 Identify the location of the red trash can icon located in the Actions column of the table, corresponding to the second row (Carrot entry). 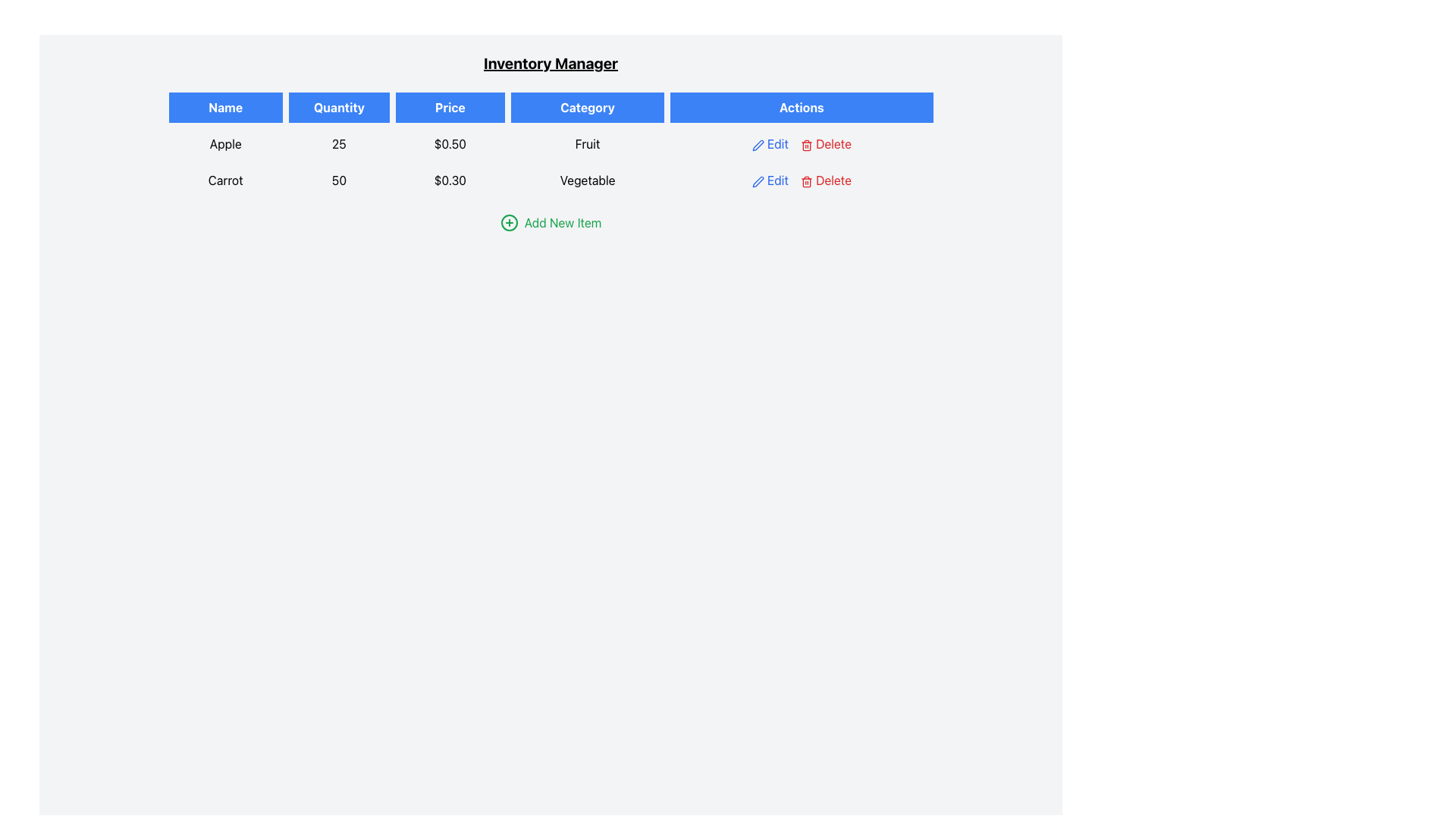
(805, 145).